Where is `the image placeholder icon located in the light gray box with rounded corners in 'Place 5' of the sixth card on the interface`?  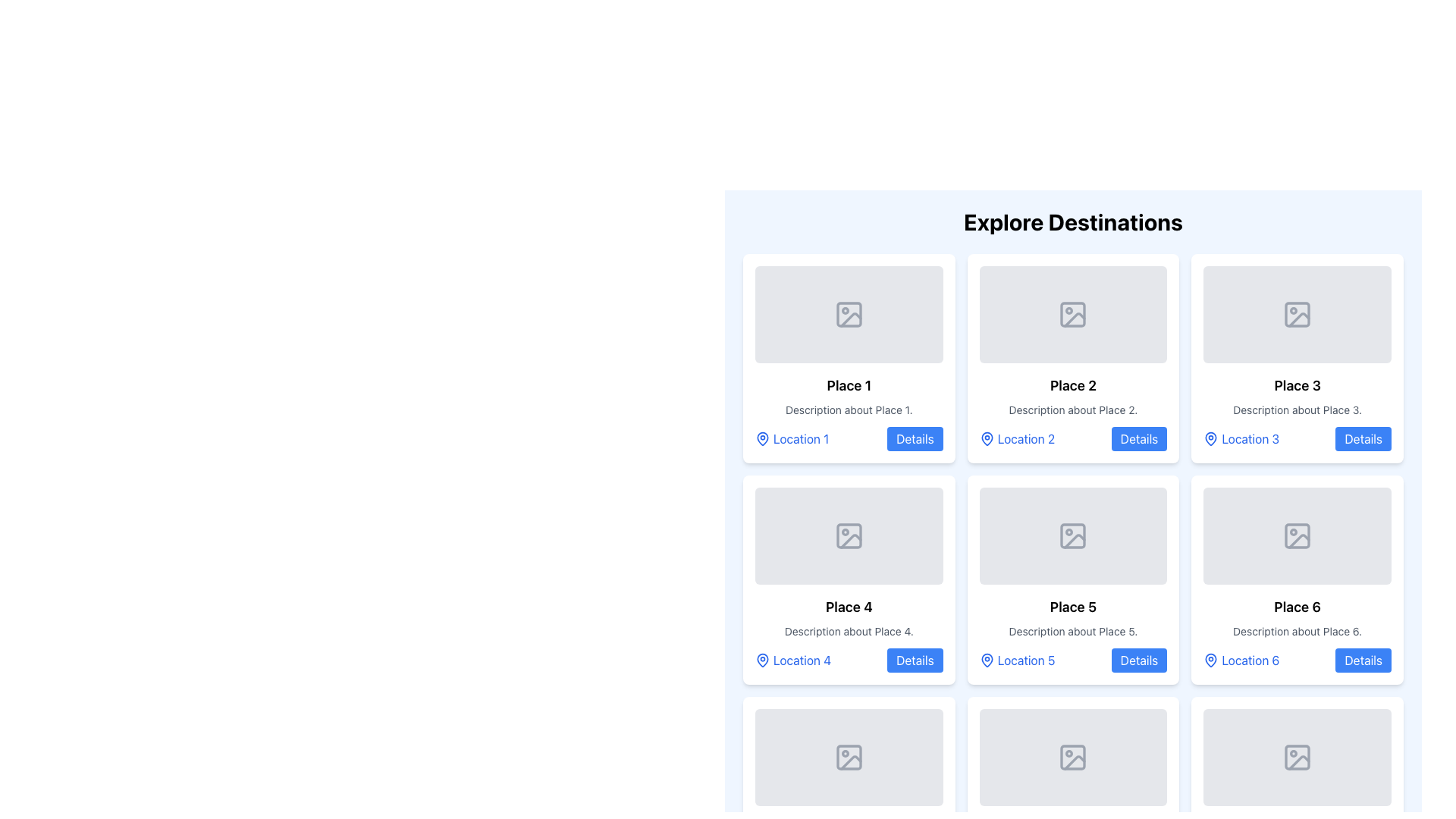 the image placeholder icon located in the light gray box with rounded corners in 'Place 5' of the sixth card on the interface is located at coordinates (848, 758).